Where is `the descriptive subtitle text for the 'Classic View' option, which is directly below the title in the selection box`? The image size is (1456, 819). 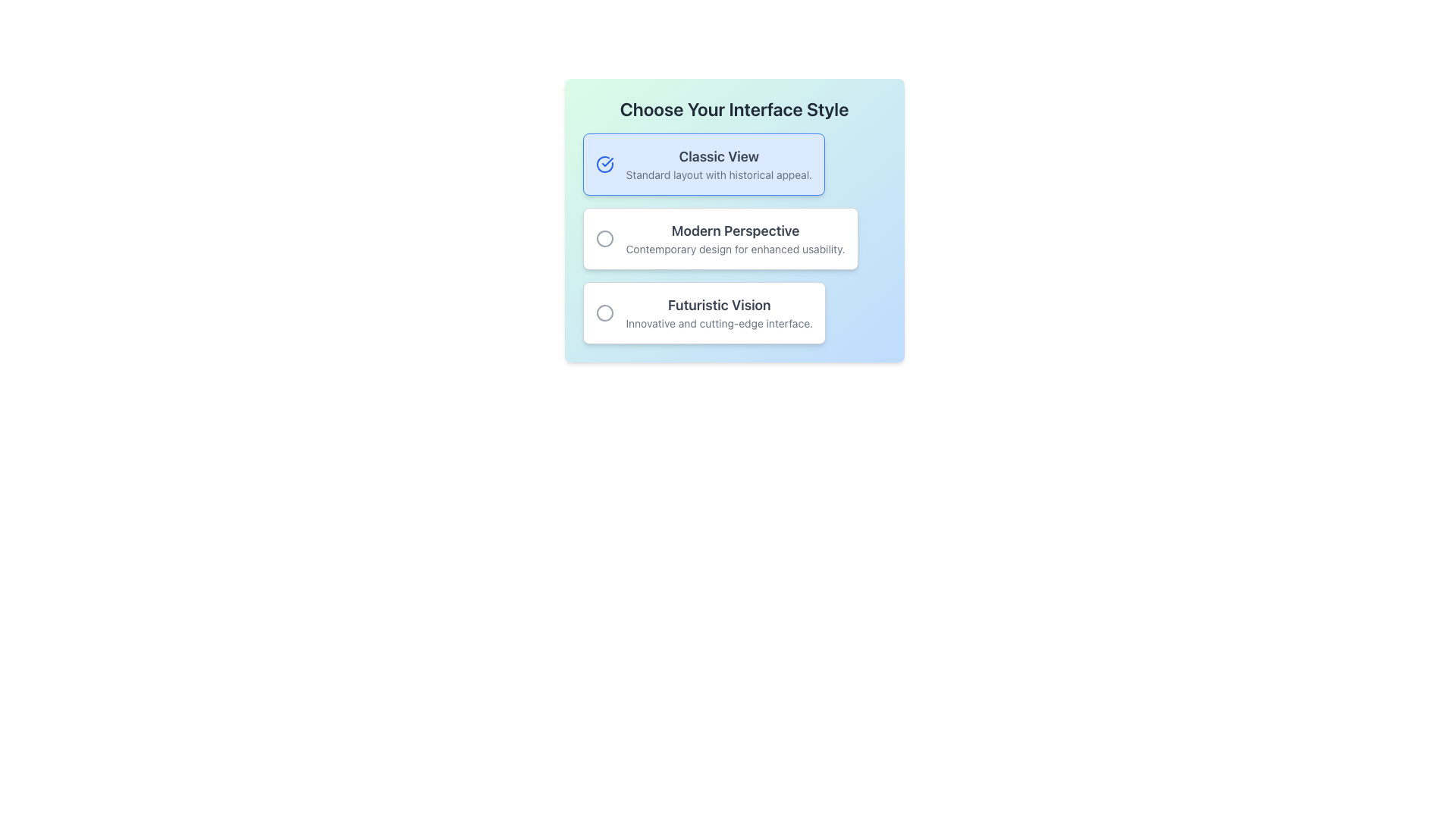
the descriptive subtitle text for the 'Classic View' option, which is directly below the title in the selection box is located at coordinates (718, 174).